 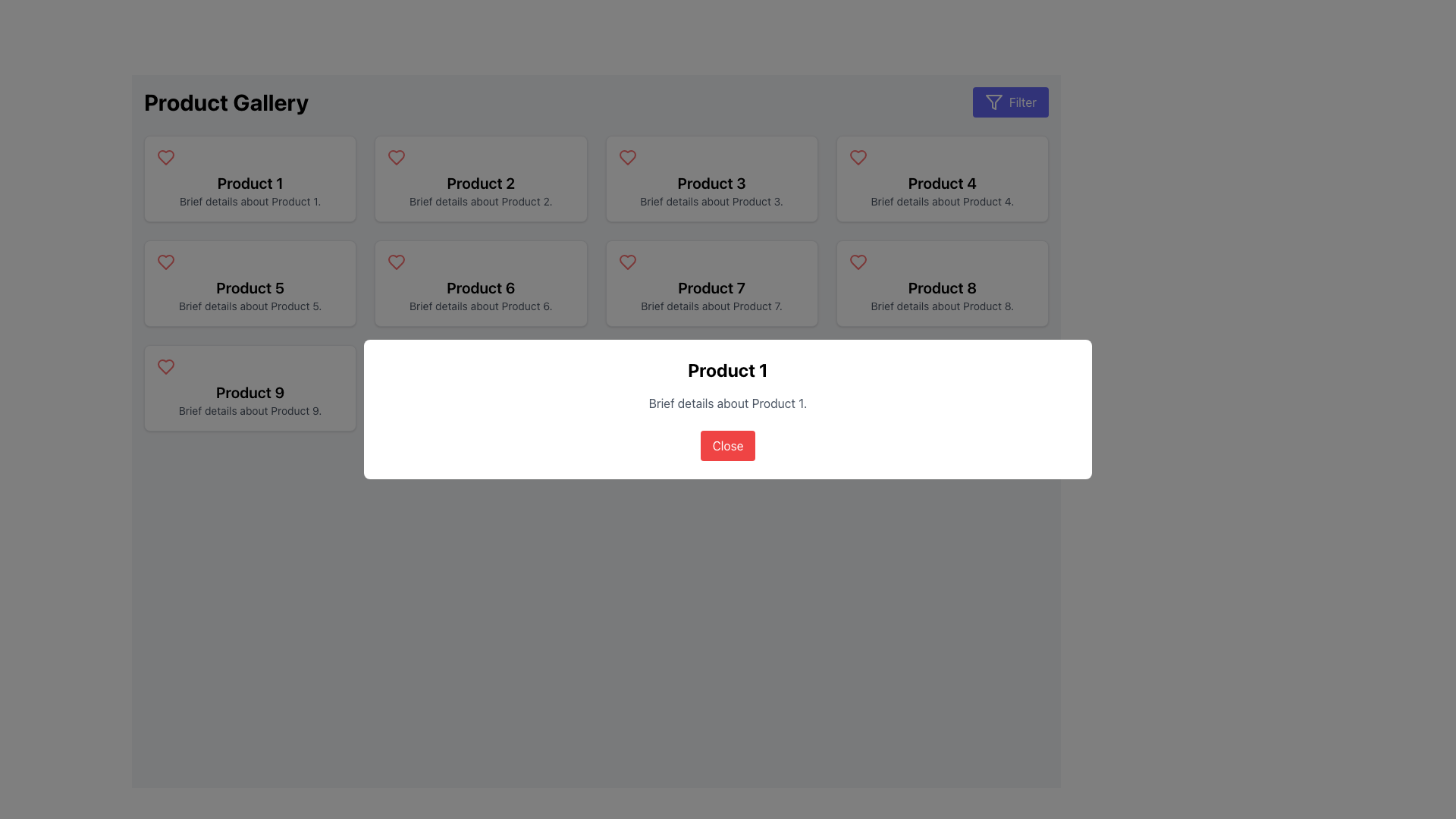 What do you see at coordinates (627, 158) in the screenshot?
I see `the red heart icon located in the top-right corner of the Product 3 card to favorite or unfavorite the corresponding product` at bounding box center [627, 158].